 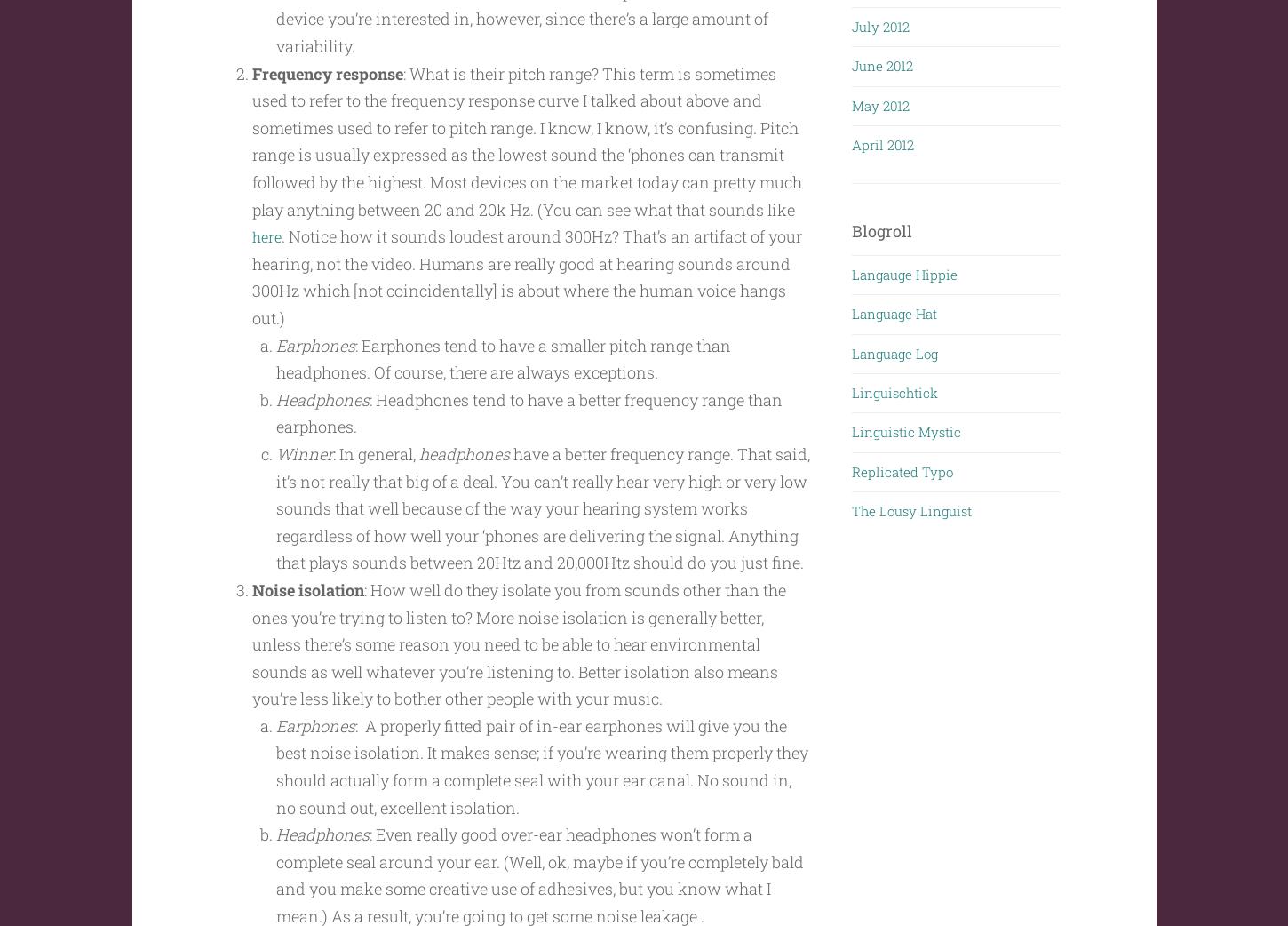 What do you see at coordinates (304, 487) in the screenshot?
I see `'Winner'` at bounding box center [304, 487].